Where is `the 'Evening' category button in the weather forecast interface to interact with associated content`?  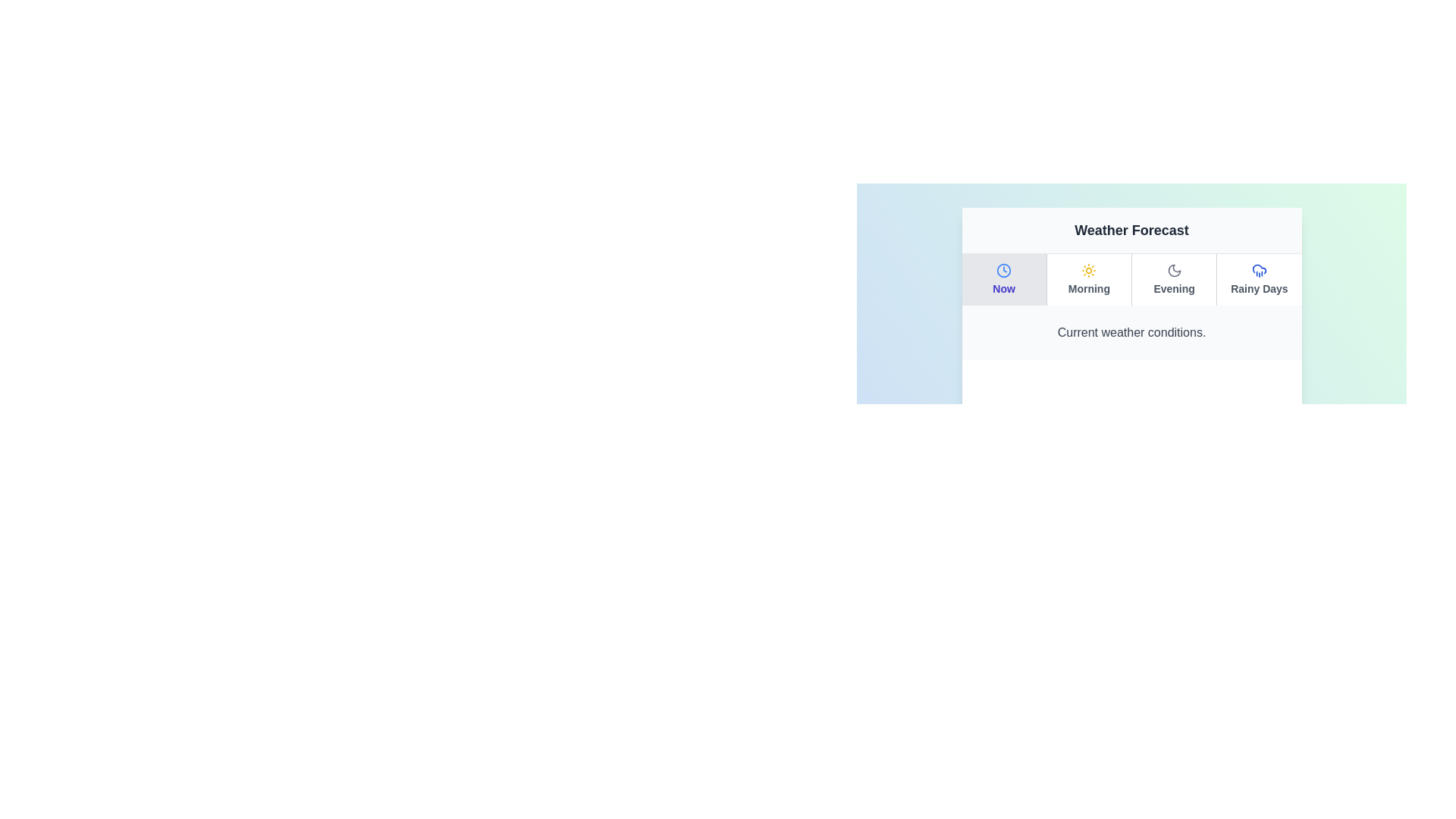
the 'Evening' category button in the weather forecast interface to interact with associated content is located at coordinates (1173, 280).